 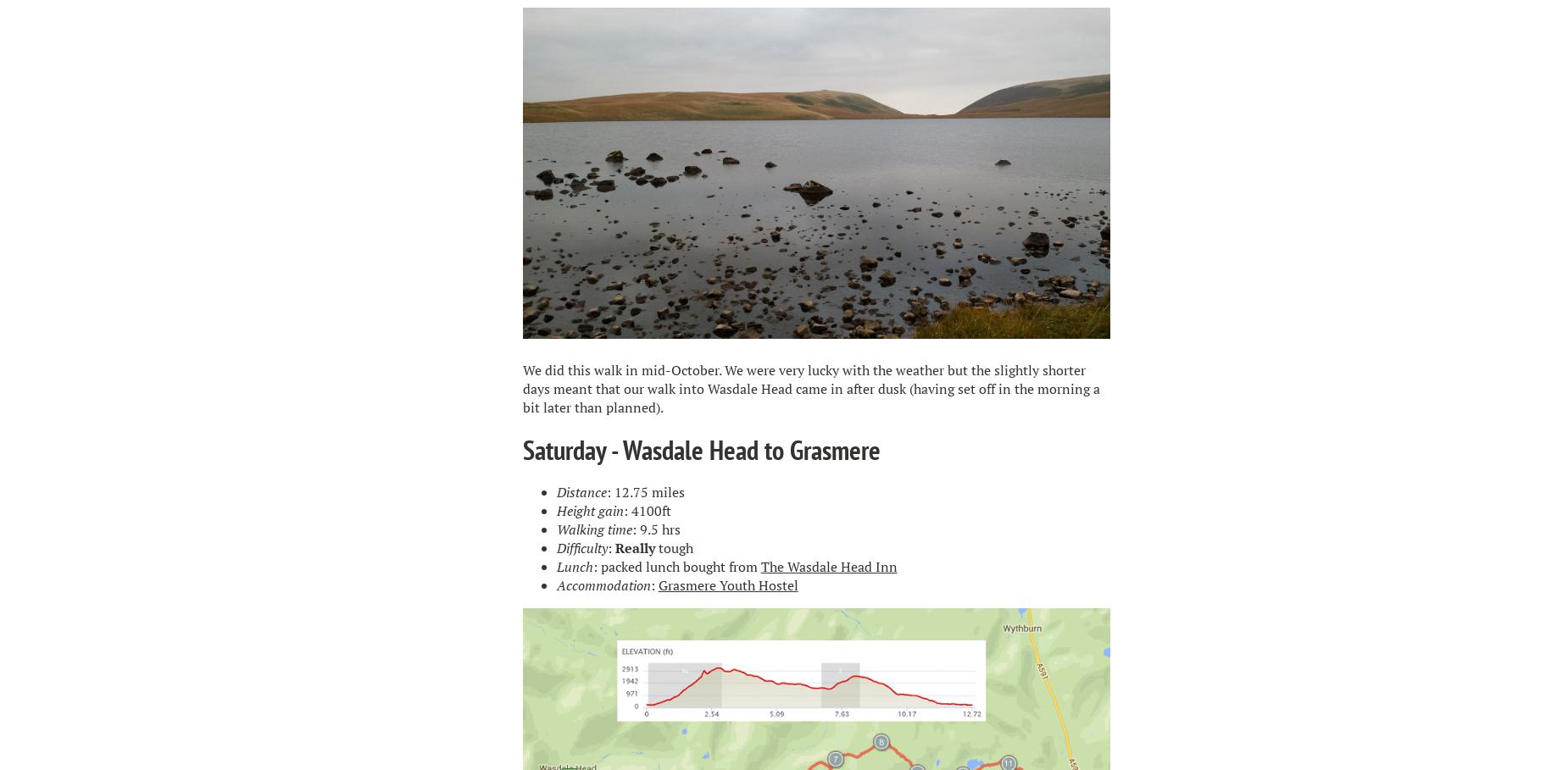 I want to click on 'Distance', so click(x=556, y=490).